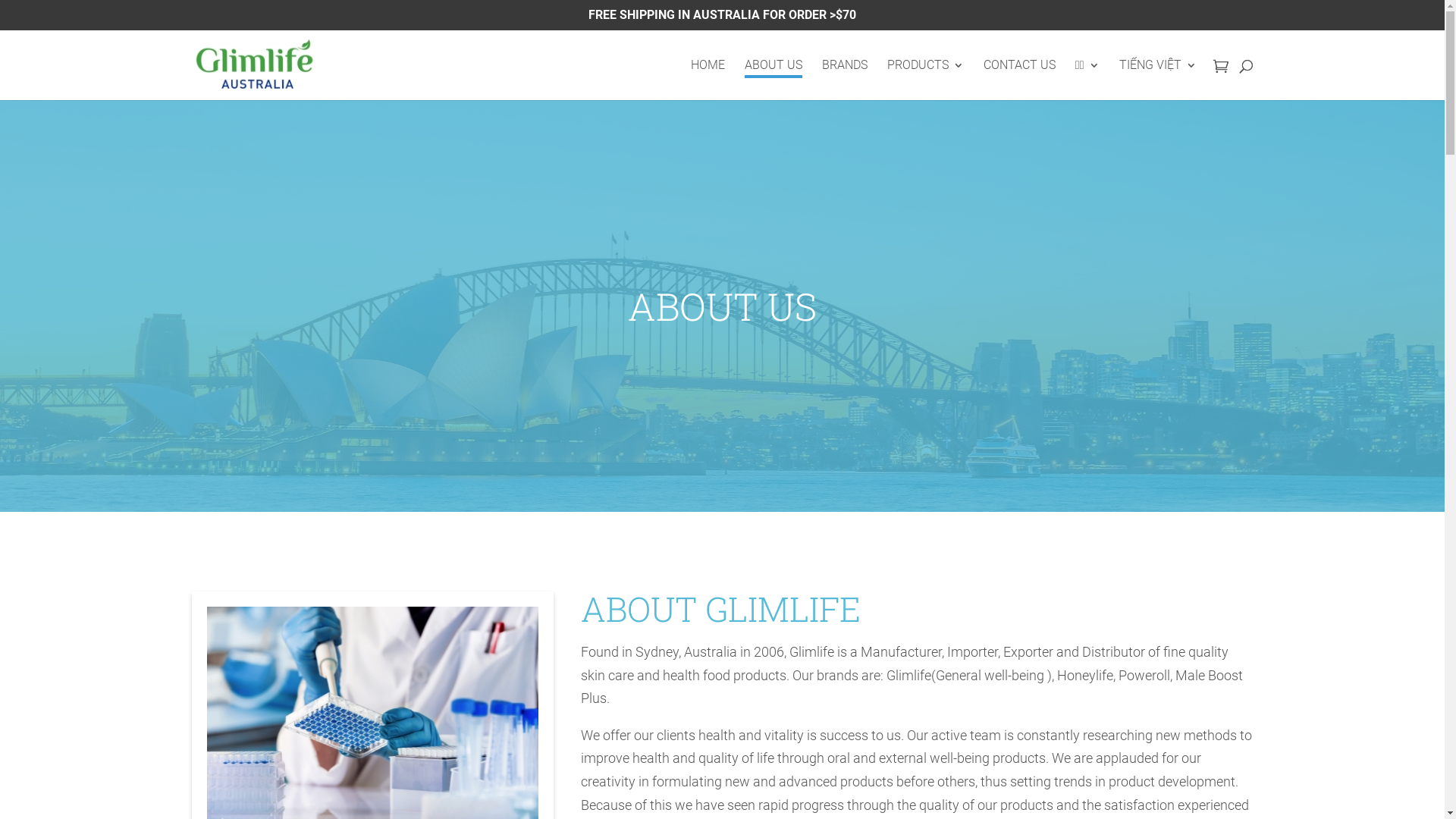  I want to click on 'BRANDS', so click(821, 80).